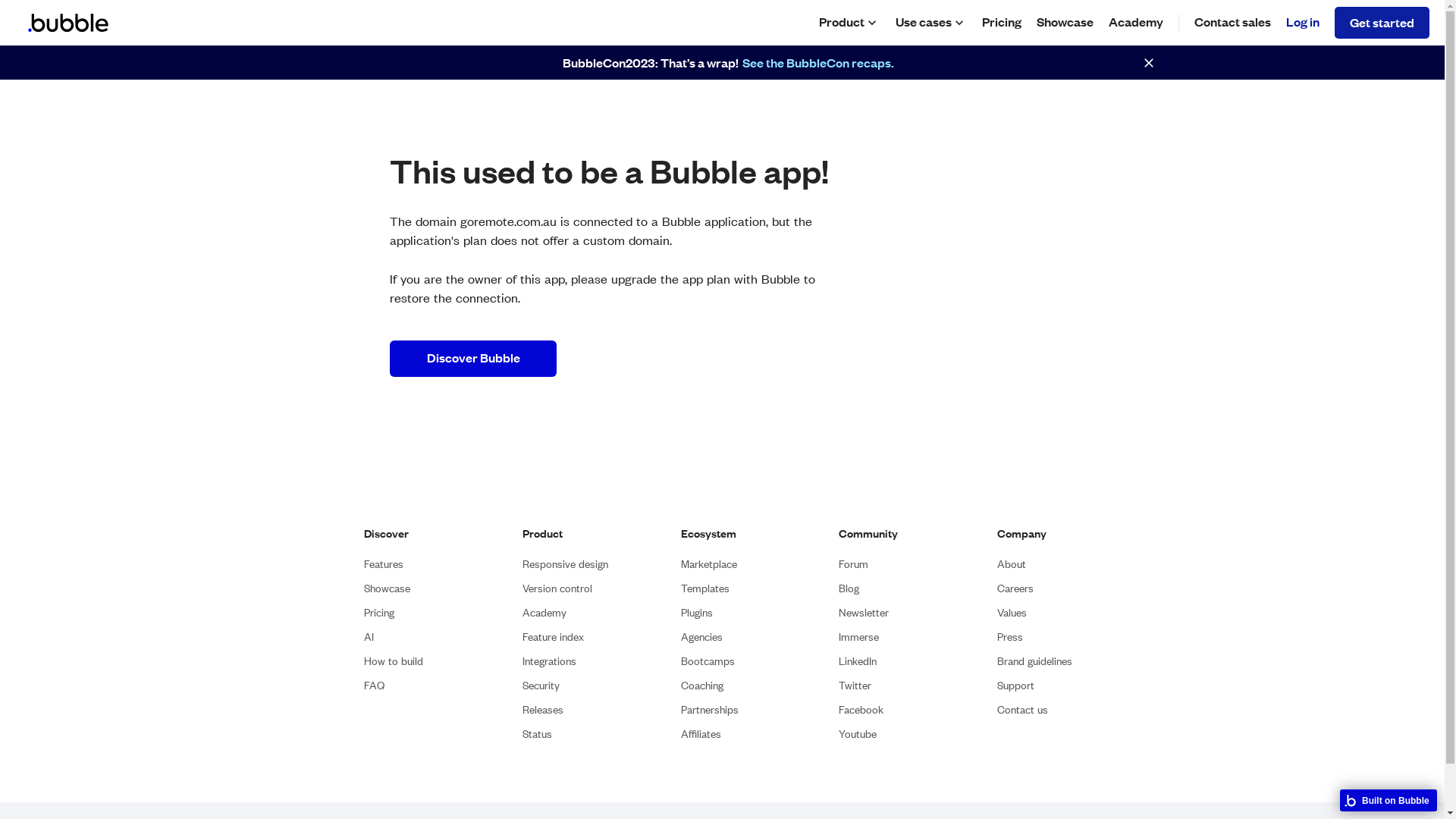 The image size is (1456, 819). What do you see at coordinates (1012, 563) in the screenshot?
I see `'About'` at bounding box center [1012, 563].